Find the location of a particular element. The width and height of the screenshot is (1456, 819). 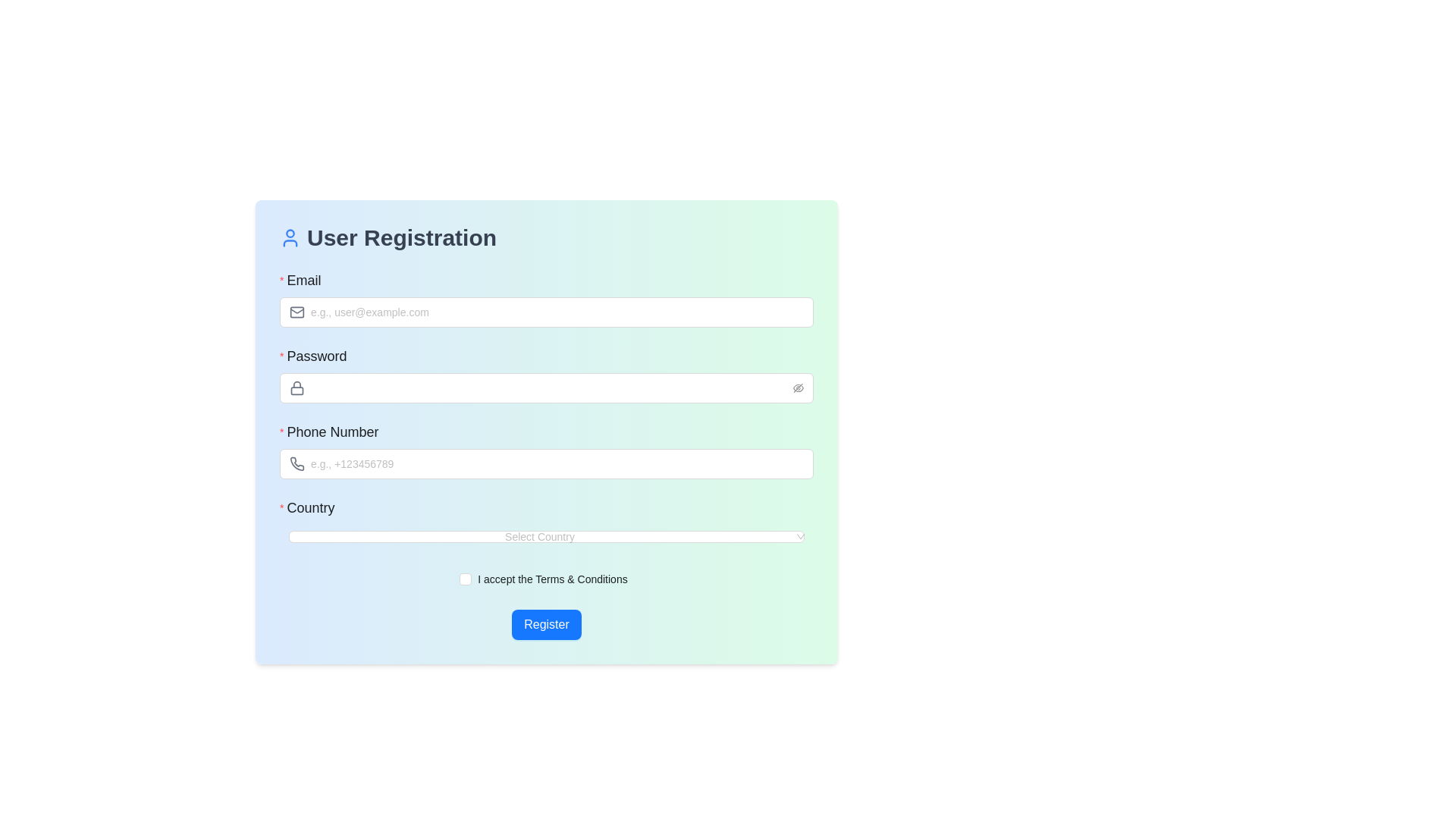

the 'Terms & Conditions' hyperlink in the checkbox label is located at coordinates (546, 579).